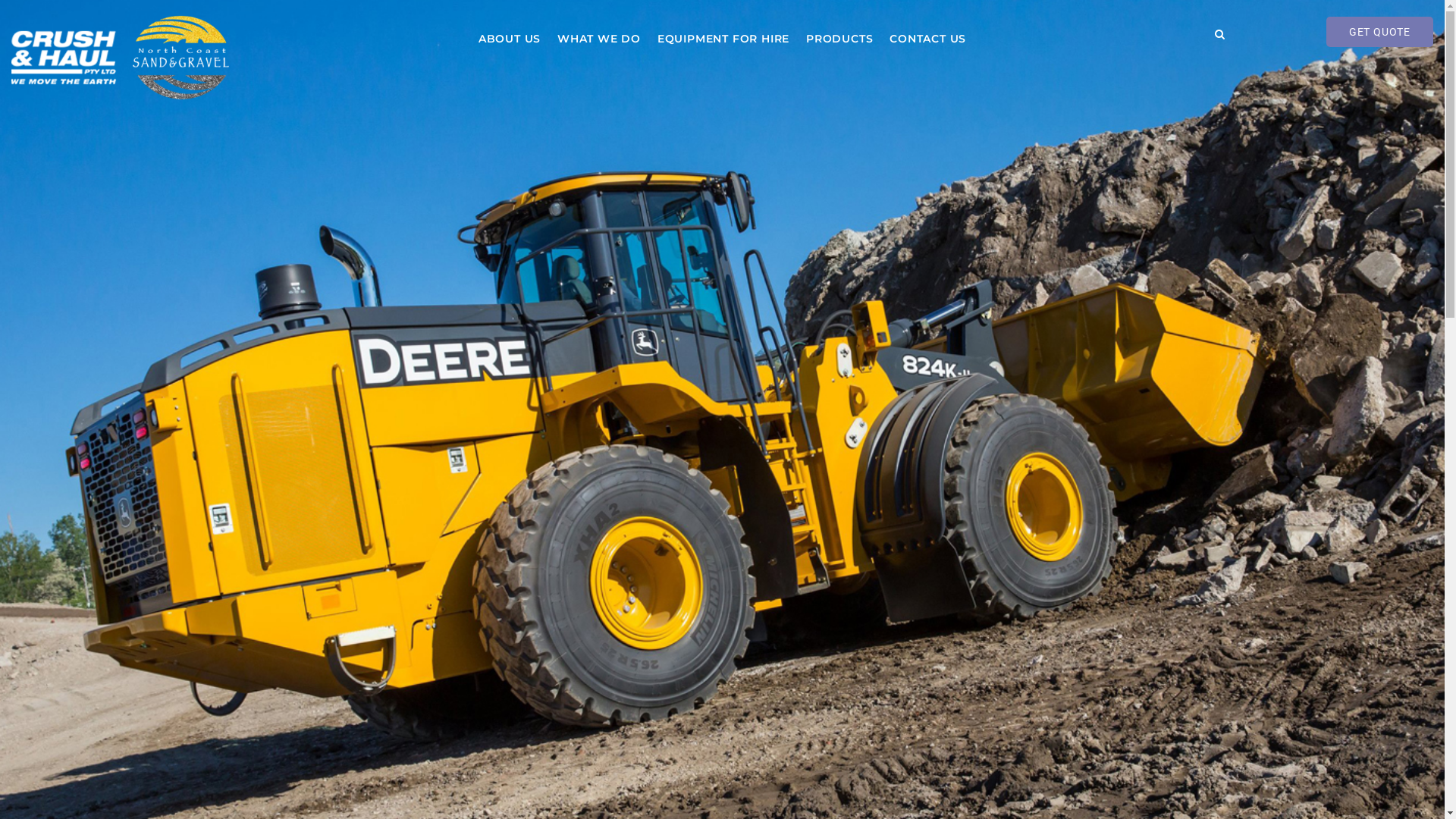  I want to click on 'GET QUOTE', so click(1379, 32).